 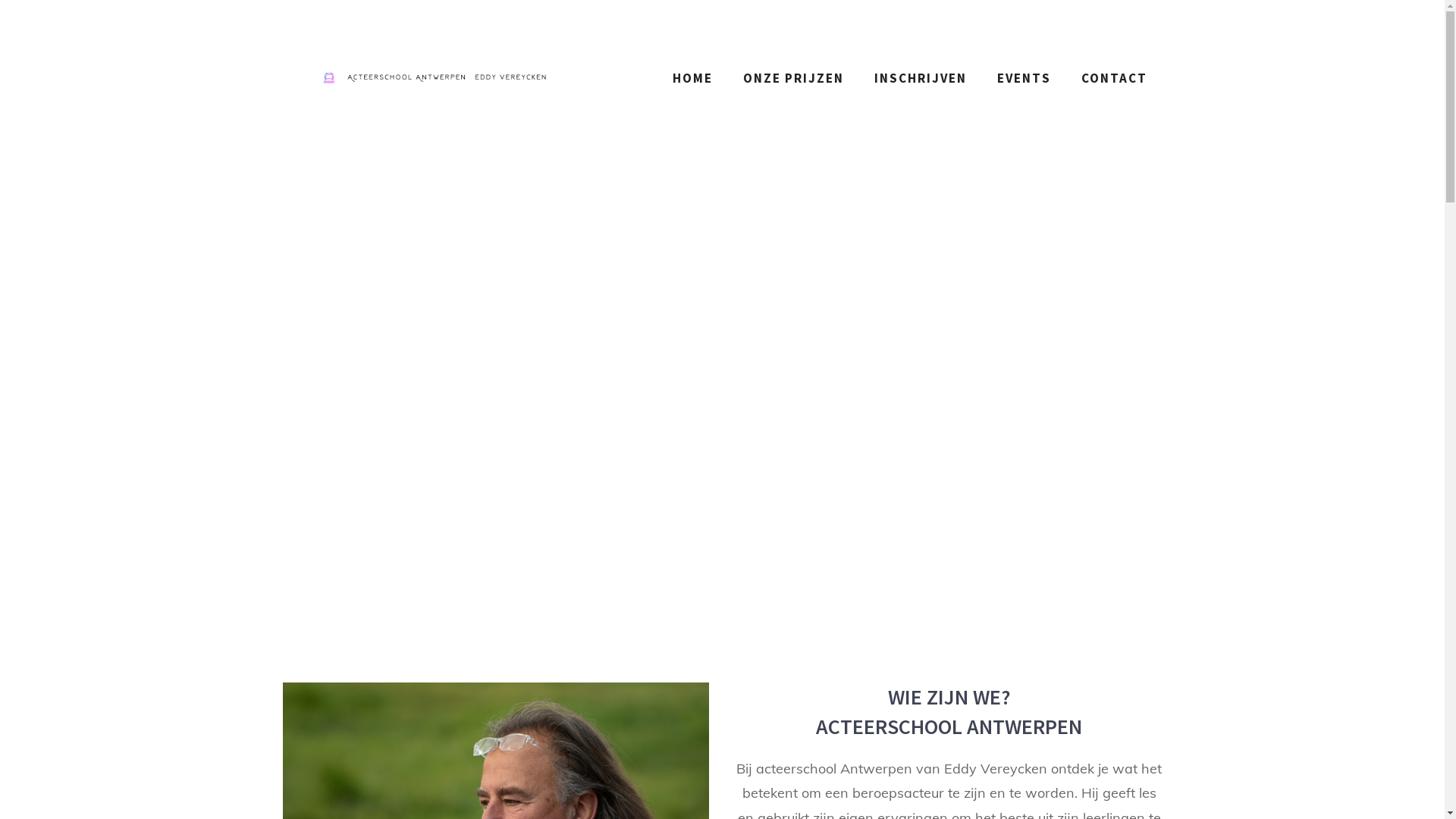 What do you see at coordinates (1114, 78) in the screenshot?
I see `'CONTACT'` at bounding box center [1114, 78].